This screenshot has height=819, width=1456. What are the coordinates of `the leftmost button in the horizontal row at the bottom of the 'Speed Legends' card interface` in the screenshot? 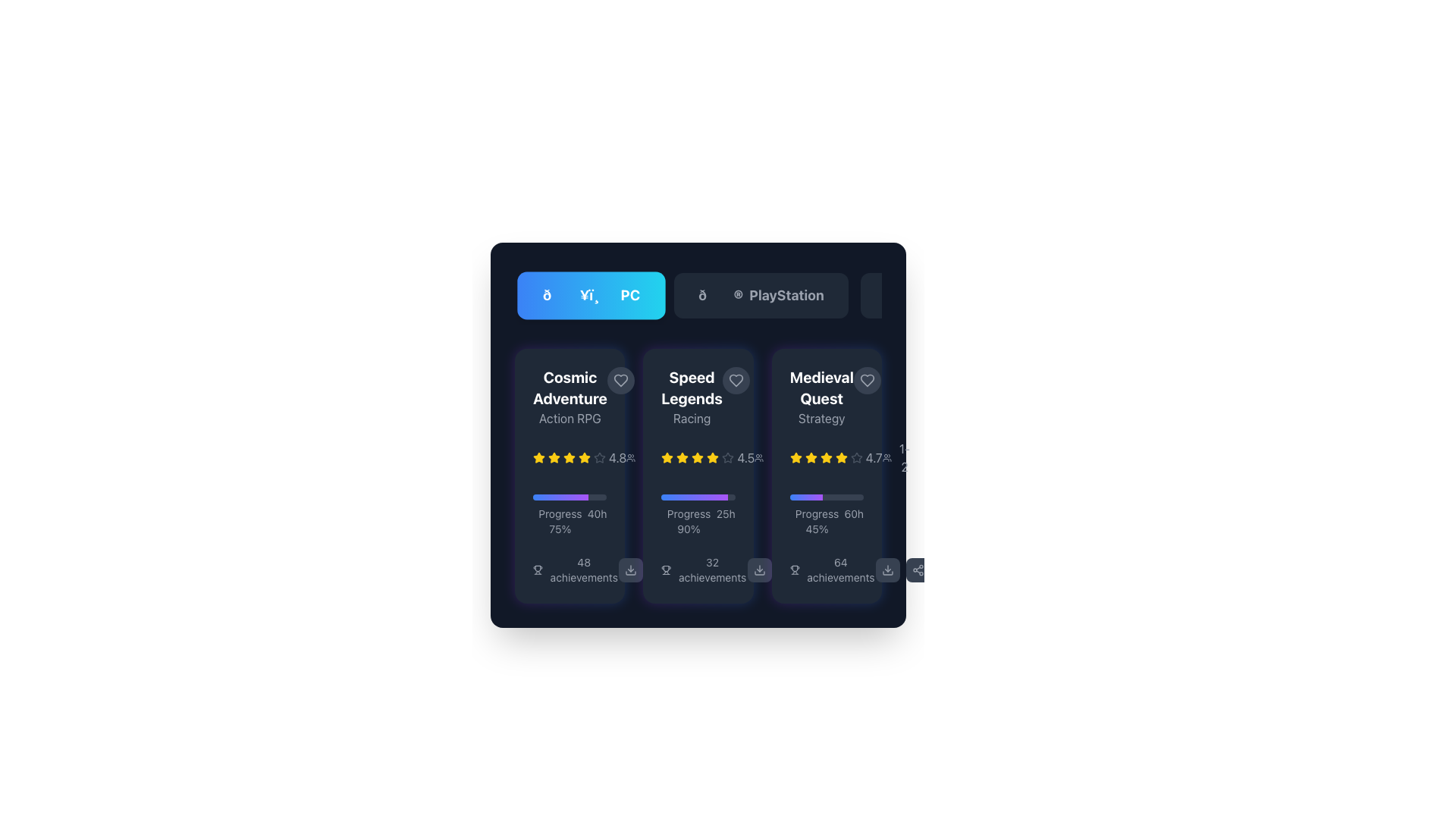 It's located at (646, 570).